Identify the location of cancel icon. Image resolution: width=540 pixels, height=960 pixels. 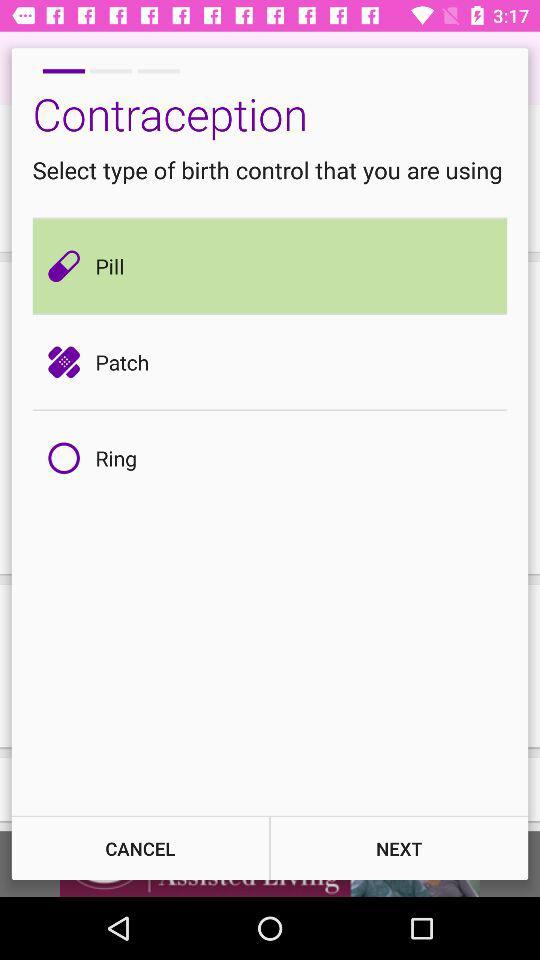
(139, 847).